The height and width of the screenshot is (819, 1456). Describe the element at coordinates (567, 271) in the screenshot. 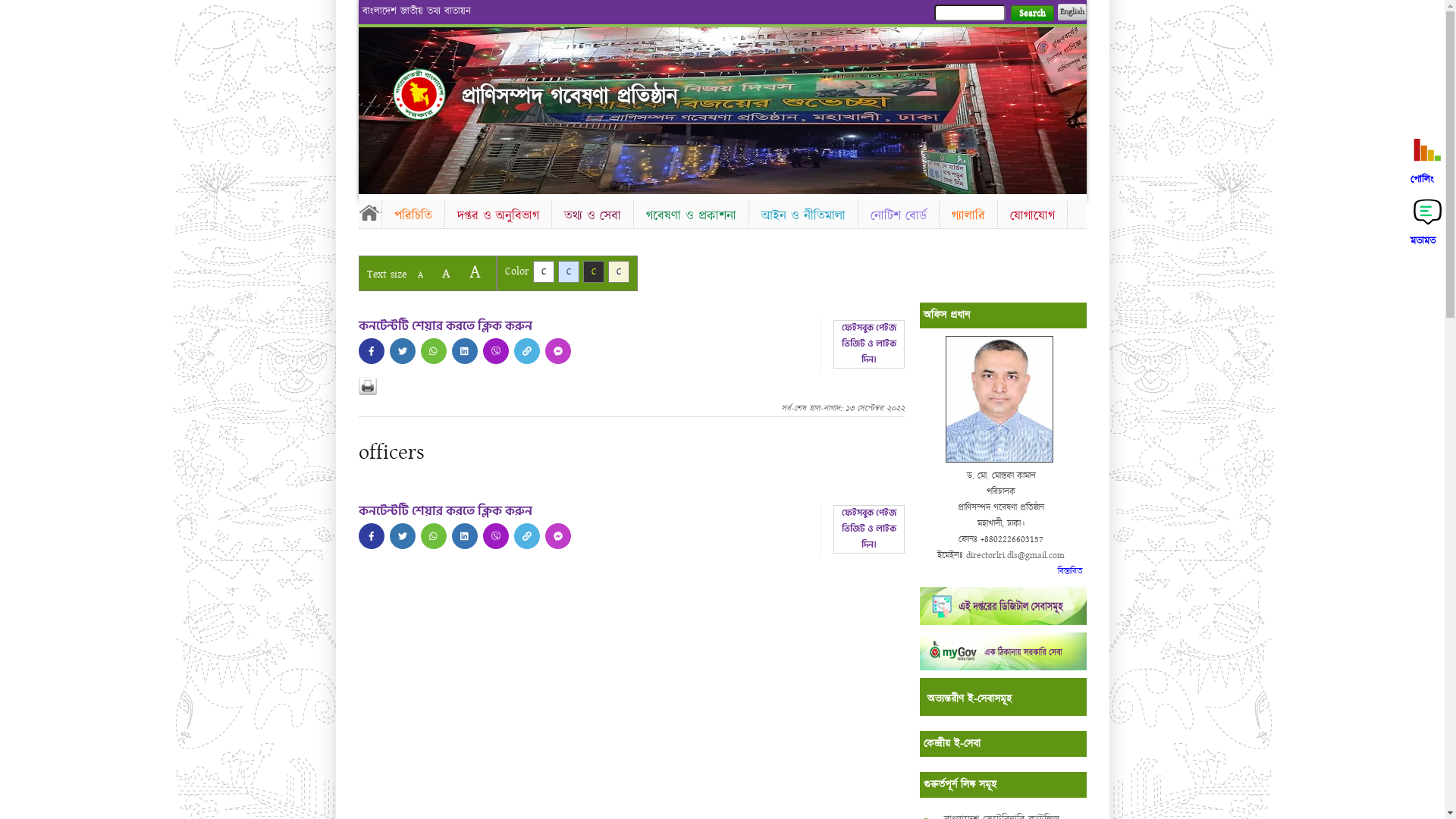

I see `'C'` at that location.